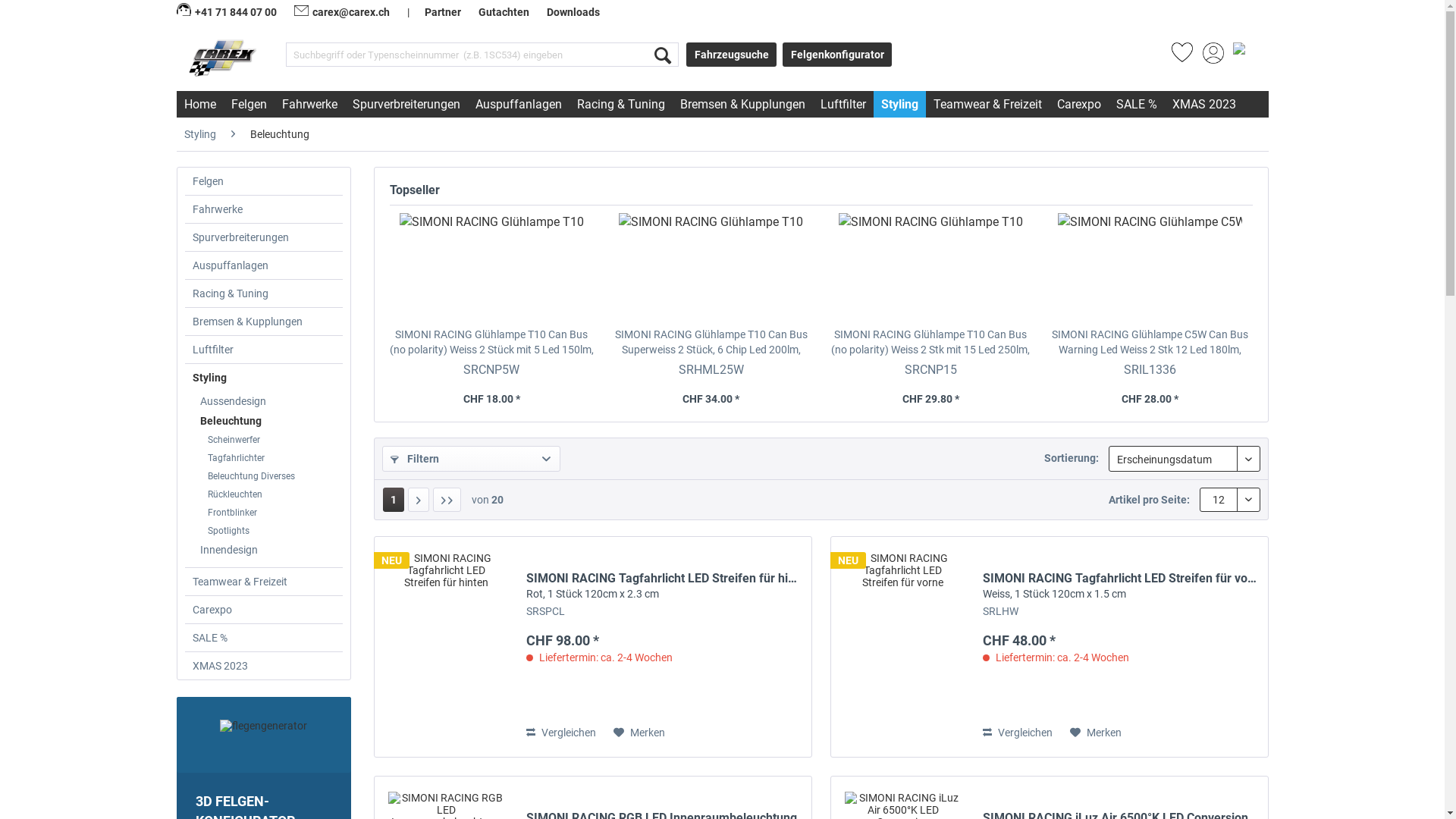 This screenshot has width=1456, height=819. What do you see at coordinates (271, 457) in the screenshot?
I see `'Tagfahrlichter'` at bounding box center [271, 457].